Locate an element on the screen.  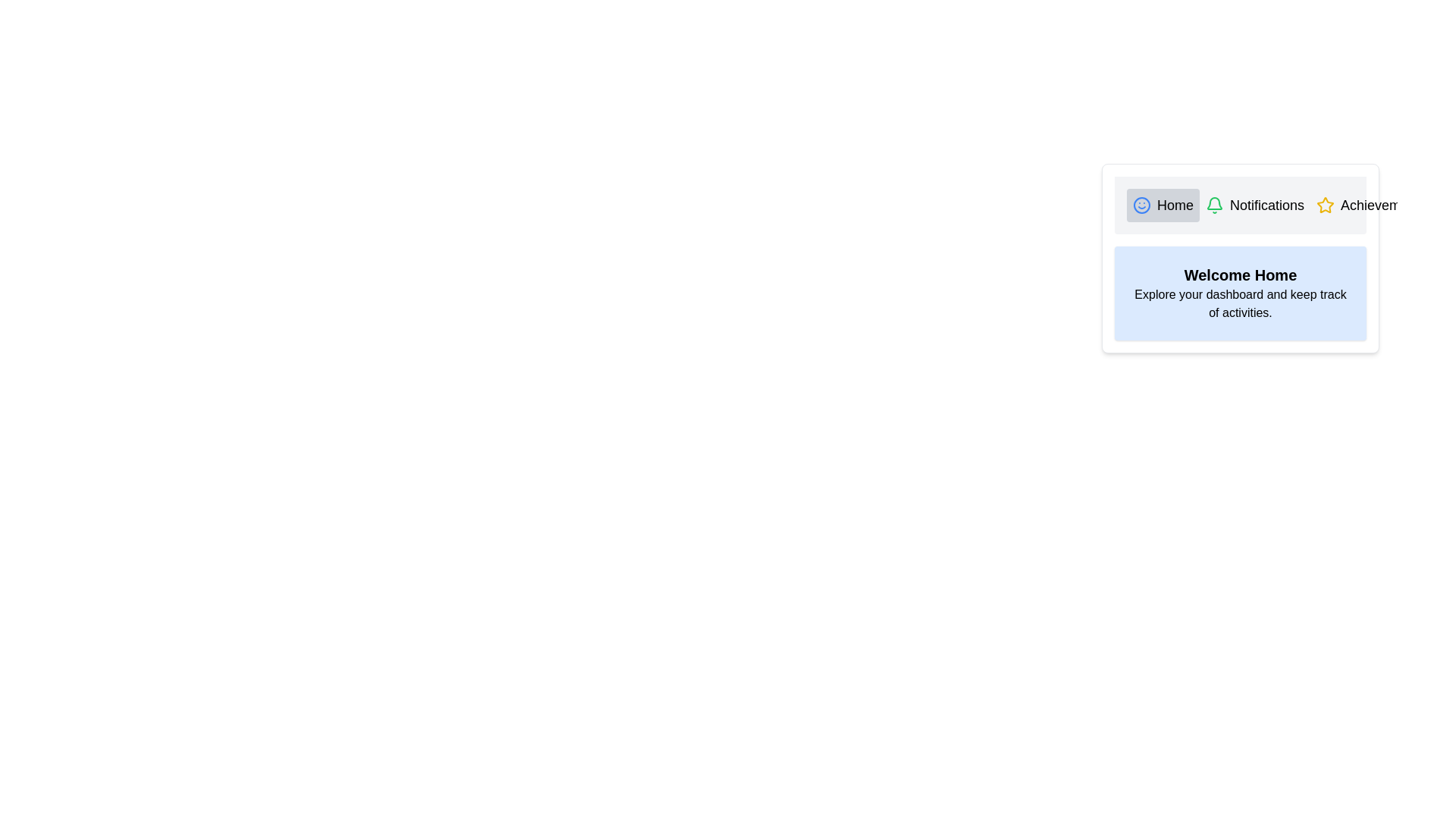
the tab labeled Achievements is located at coordinates (1371, 205).